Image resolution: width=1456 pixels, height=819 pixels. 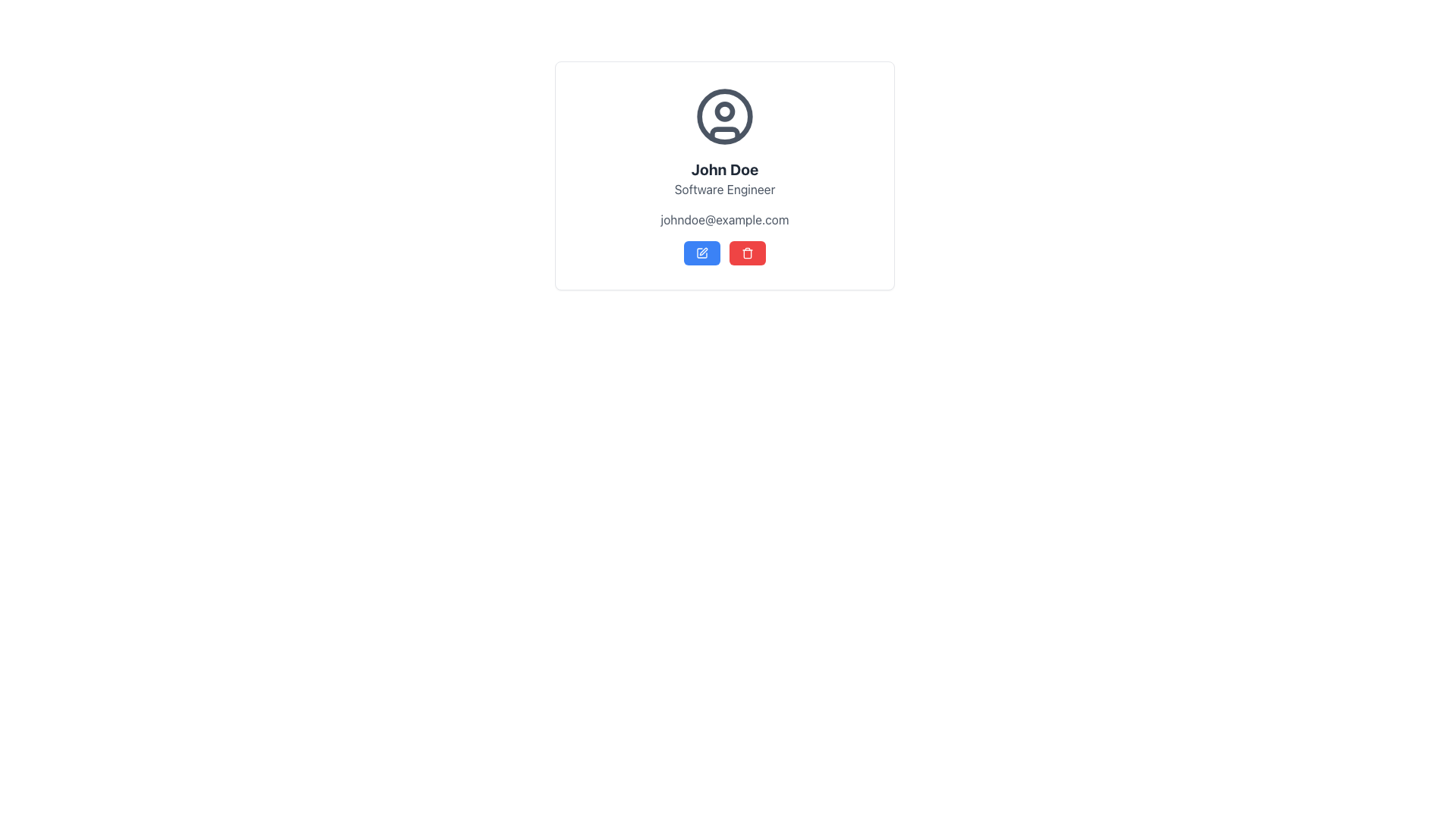 What do you see at coordinates (723, 116) in the screenshot?
I see `the user profile icon, which is a gray circular outline with a smaller circle and semi-circular shape below, located at the top-center of the card layout above user information` at bounding box center [723, 116].